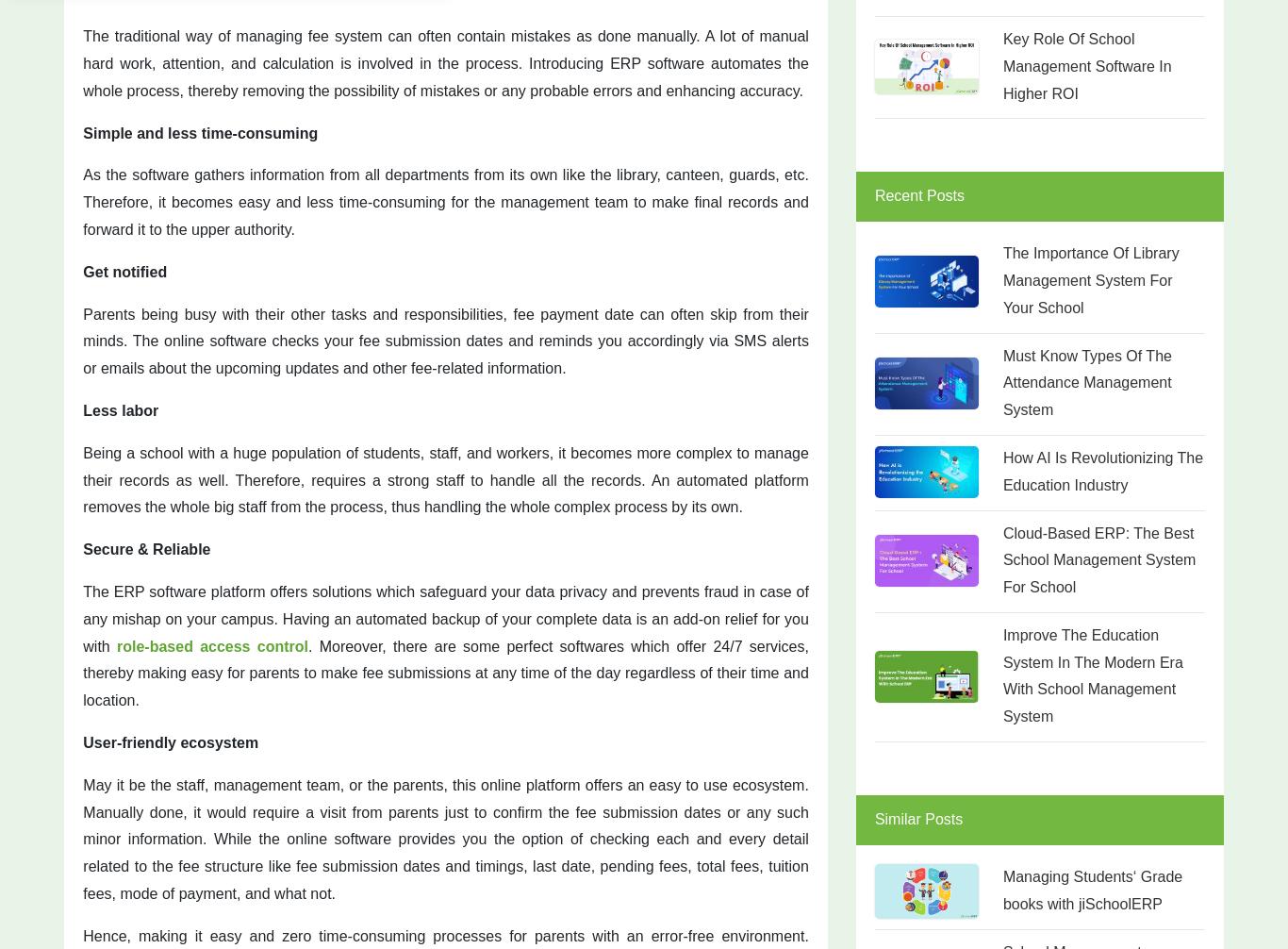  What do you see at coordinates (445, 479) in the screenshot?
I see `'Being a school with a huge population of students, staff, and workers, it becomes more complex to manage their records as well. Therefore, requires a strong staff to handle all the records. An automated platform removes the whole big staff from the process, thus handling the whole complex process by its own.'` at bounding box center [445, 479].